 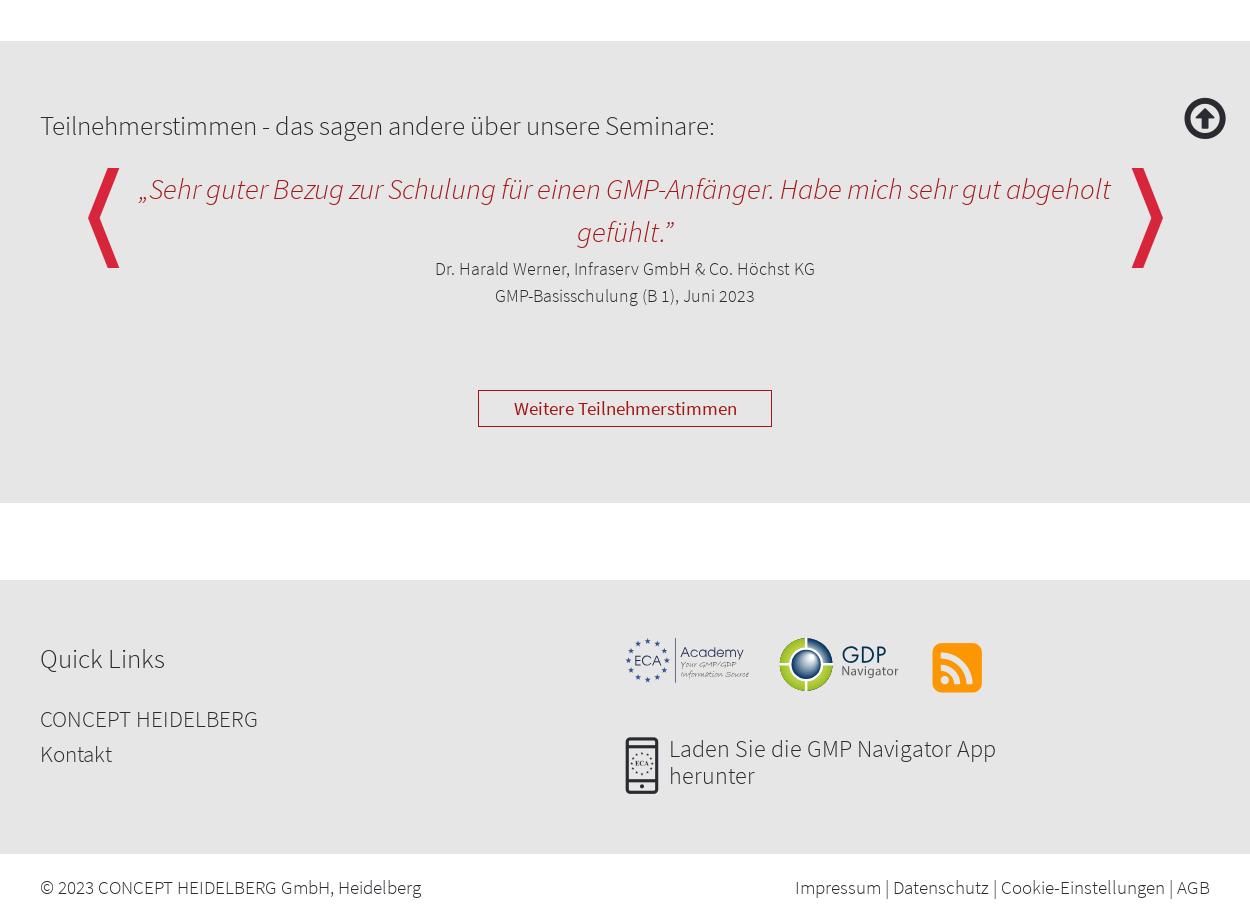 What do you see at coordinates (210, 58) in the screenshot?
I see `'Guidance to selection of optimal process'` at bounding box center [210, 58].